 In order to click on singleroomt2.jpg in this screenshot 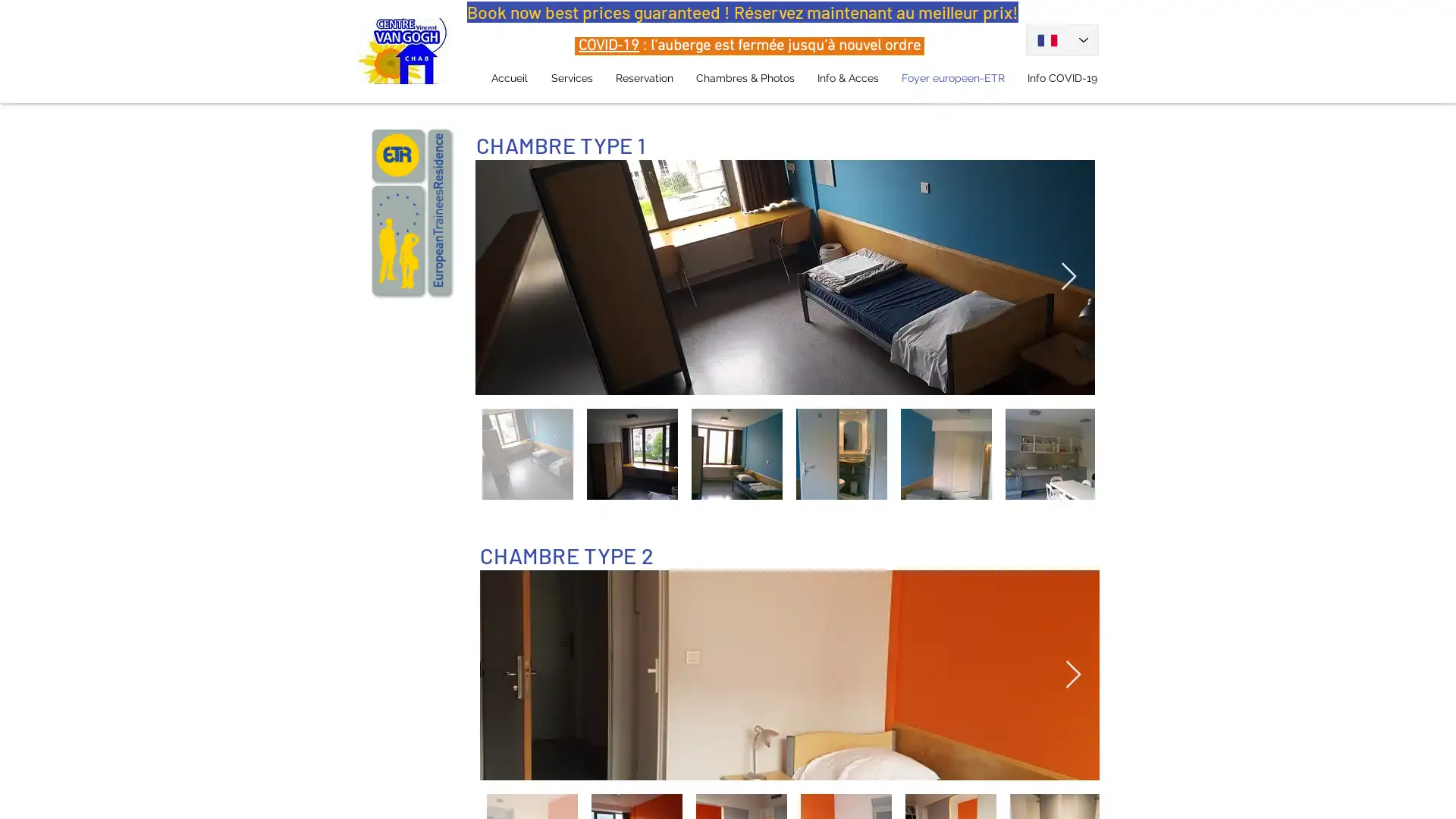, I will do `click(789, 673)`.